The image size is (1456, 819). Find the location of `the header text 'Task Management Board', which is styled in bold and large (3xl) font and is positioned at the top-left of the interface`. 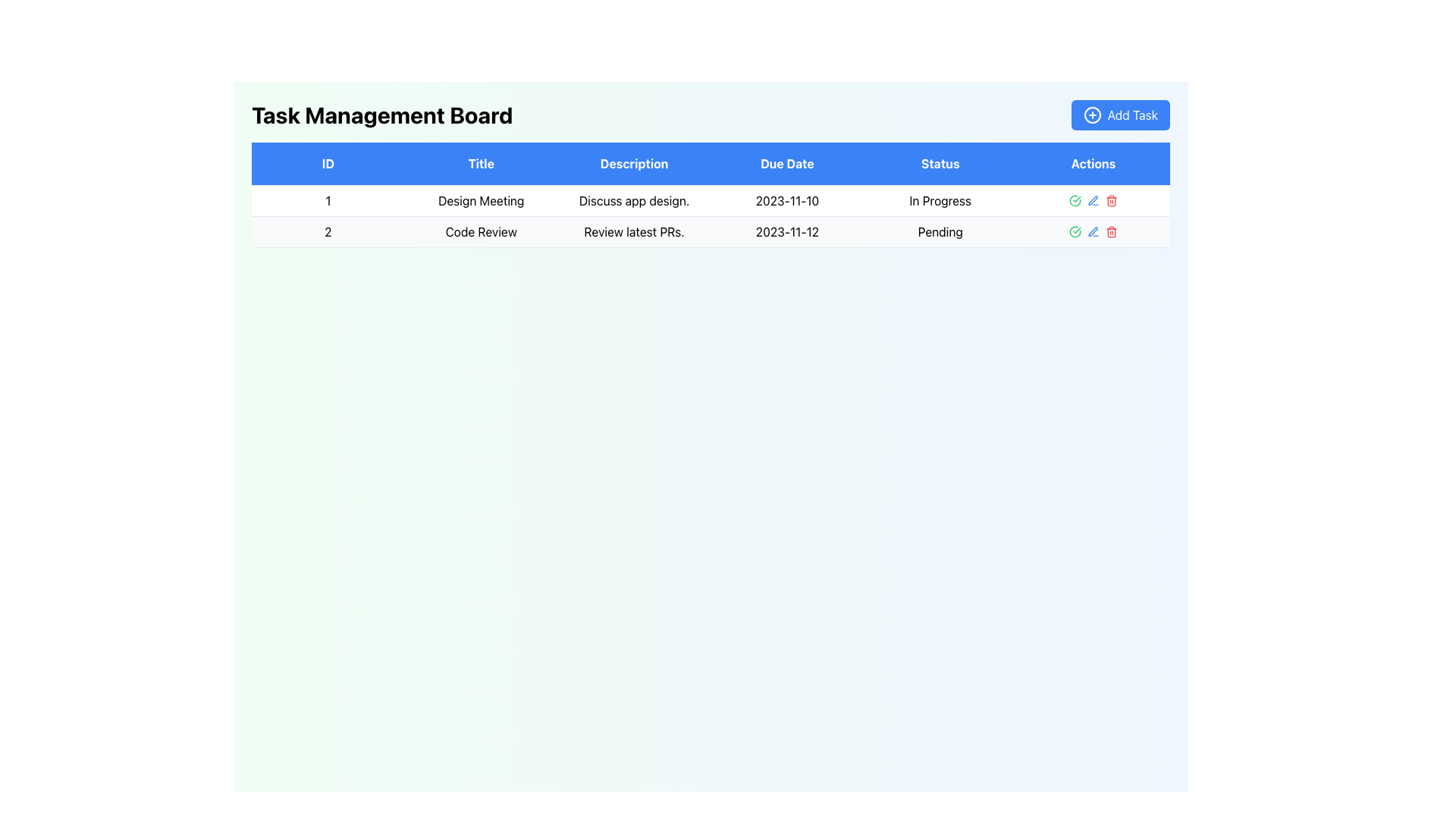

the header text 'Task Management Board', which is styled in bold and large (3xl) font and is positioned at the top-left of the interface is located at coordinates (382, 114).